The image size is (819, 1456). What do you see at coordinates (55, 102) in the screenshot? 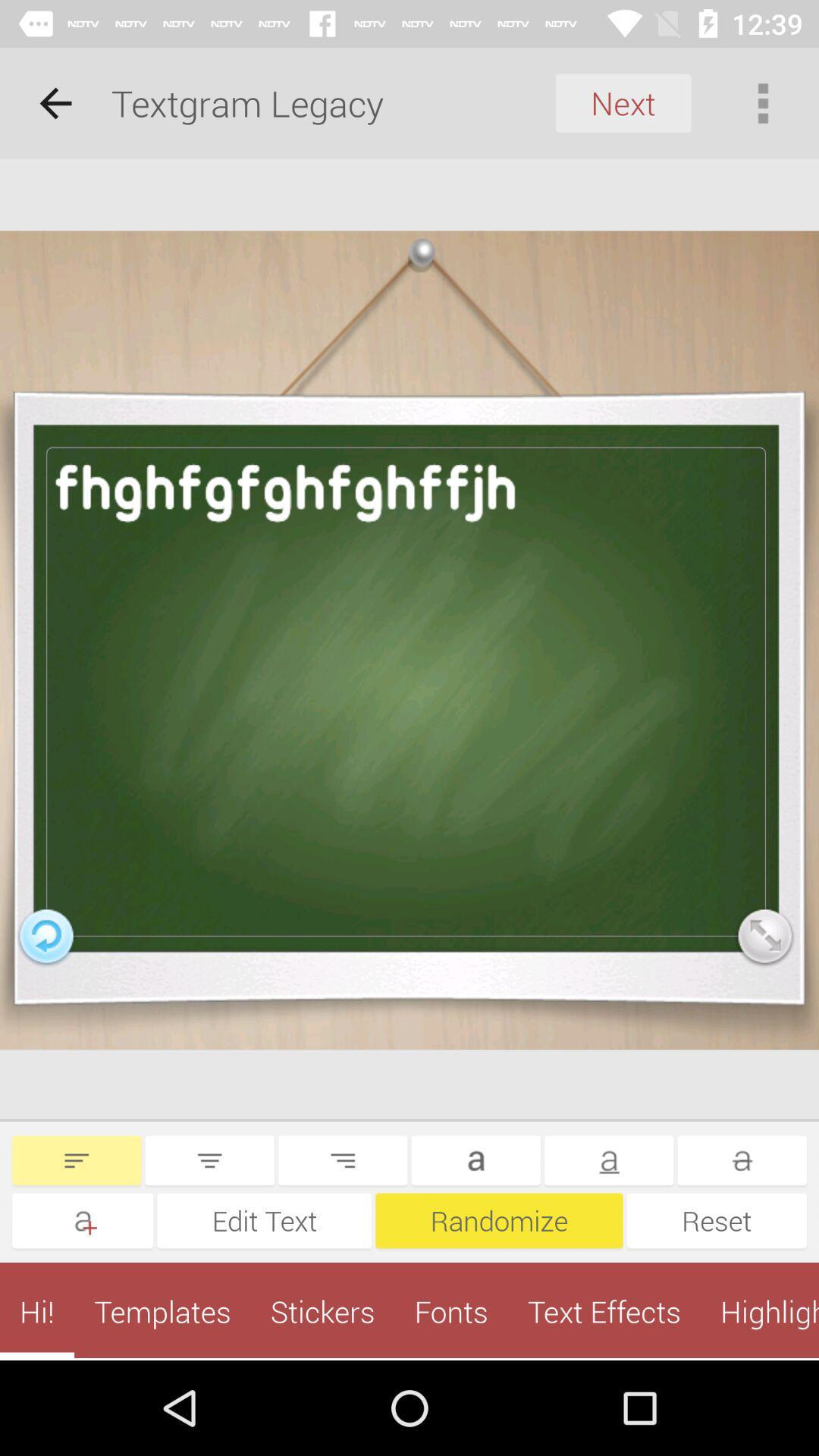
I see `the icon to the left of textgram legacy` at bounding box center [55, 102].